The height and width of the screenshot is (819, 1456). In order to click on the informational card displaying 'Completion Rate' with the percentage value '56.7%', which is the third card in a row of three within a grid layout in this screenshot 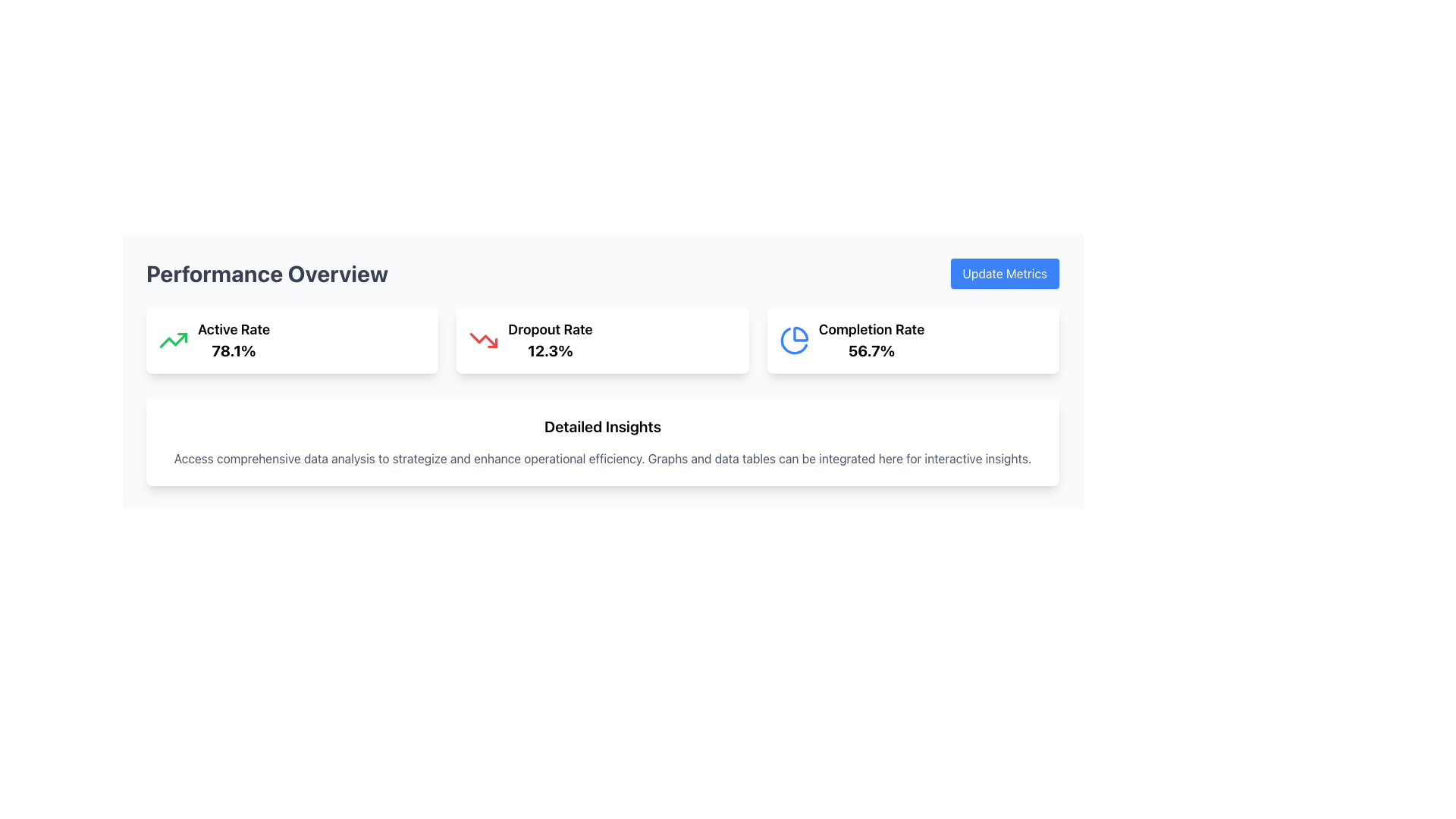, I will do `click(912, 339)`.